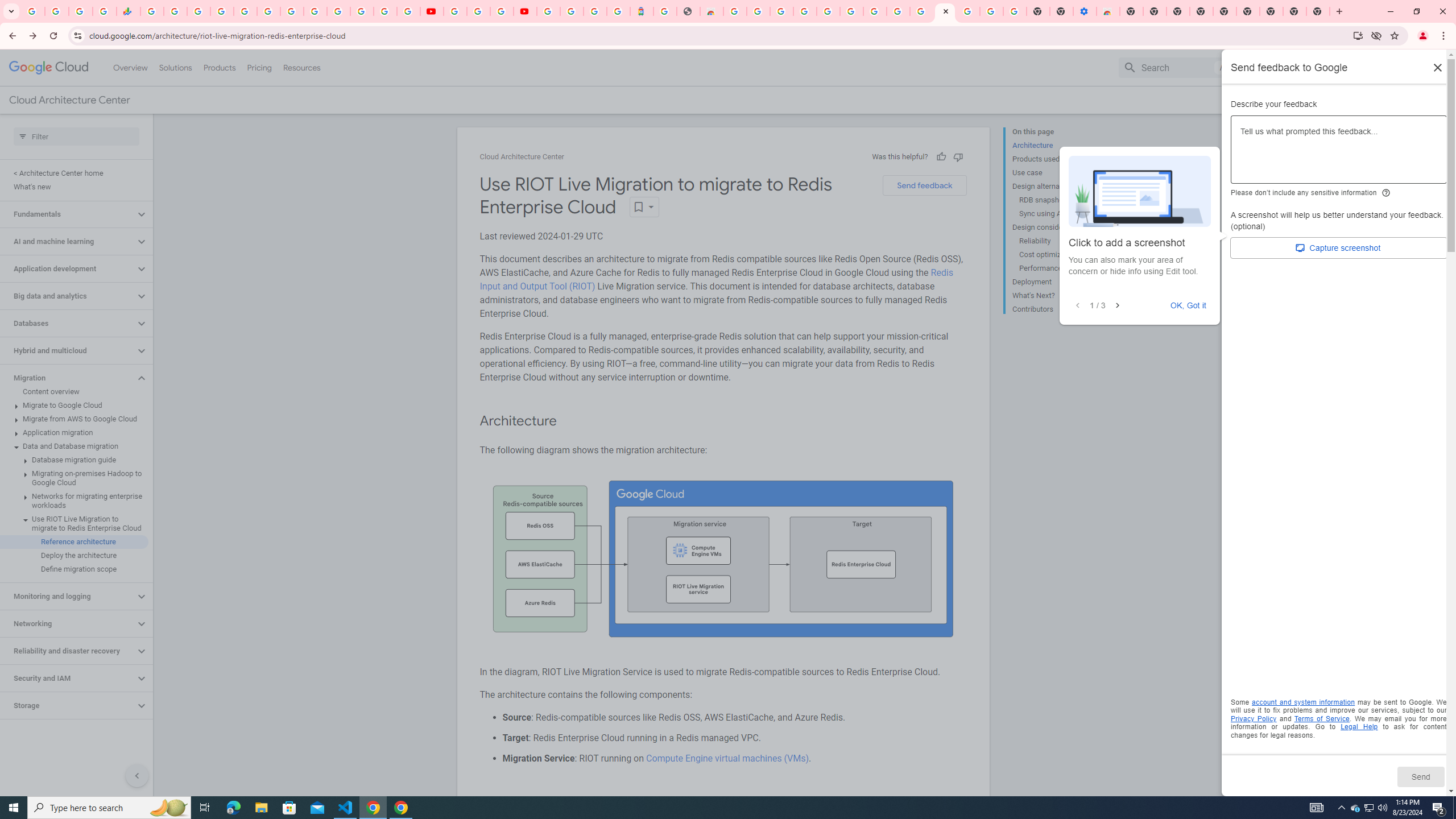 The height and width of the screenshot is (819, 1456). What do you see at coordinates (726, 758) in the screenshot?
I see `'Compute Engine virtual machines (VMs)'` at bounding box center [726, 758].